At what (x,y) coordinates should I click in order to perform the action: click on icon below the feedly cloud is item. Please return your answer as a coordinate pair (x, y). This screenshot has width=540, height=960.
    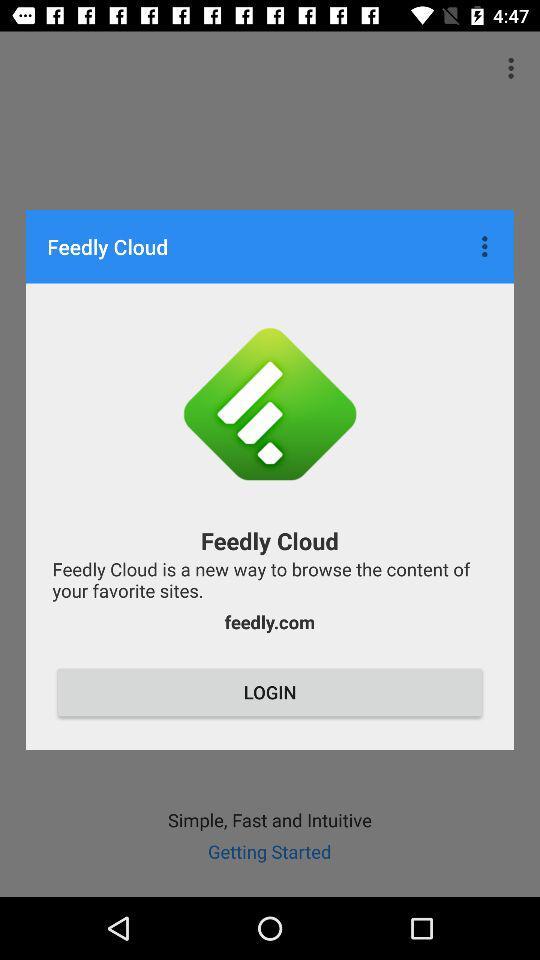
    Looking at the image, I should click on (269, 621).